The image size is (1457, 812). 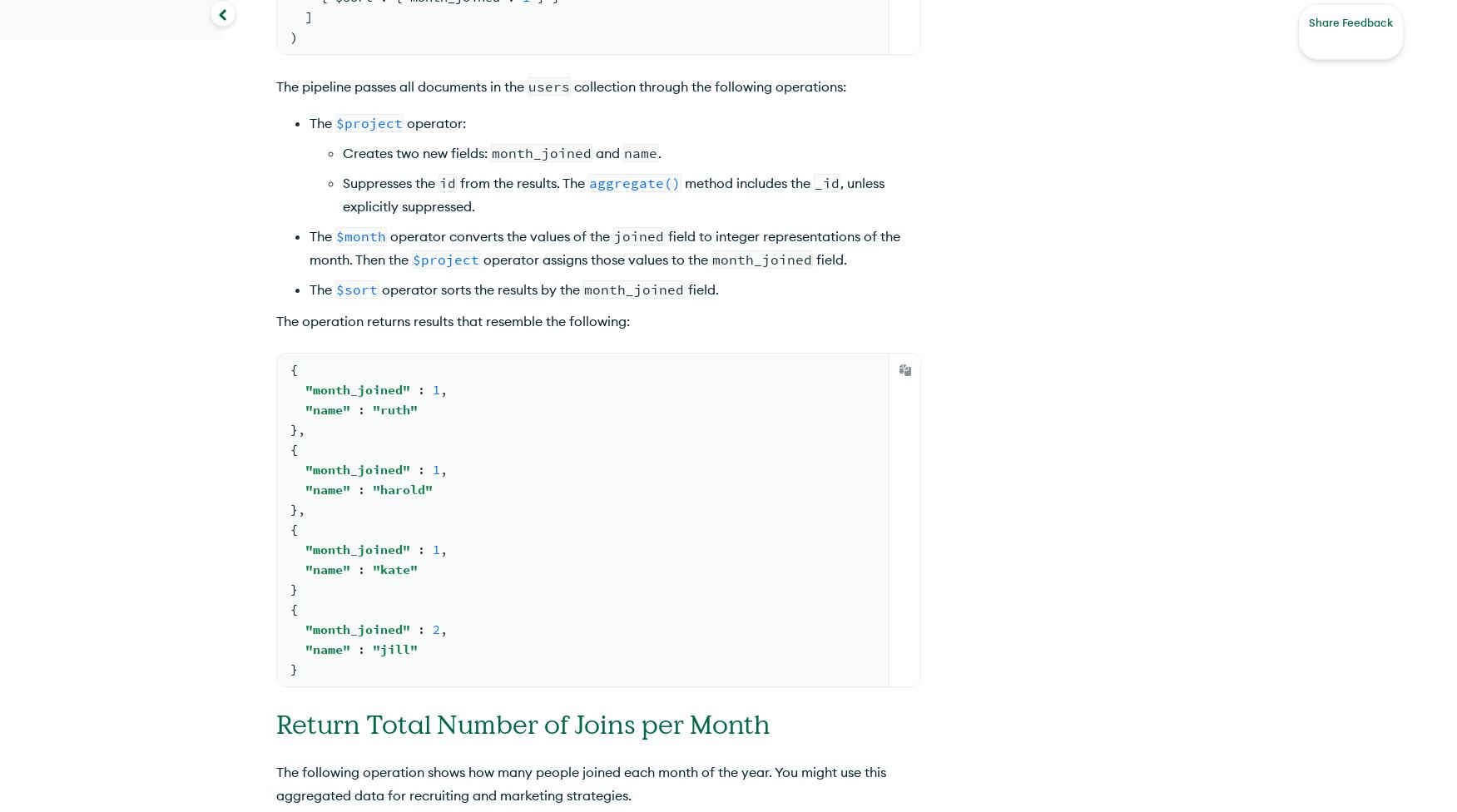 I want to click on 'from the results. The', so click(x=522, y=181).